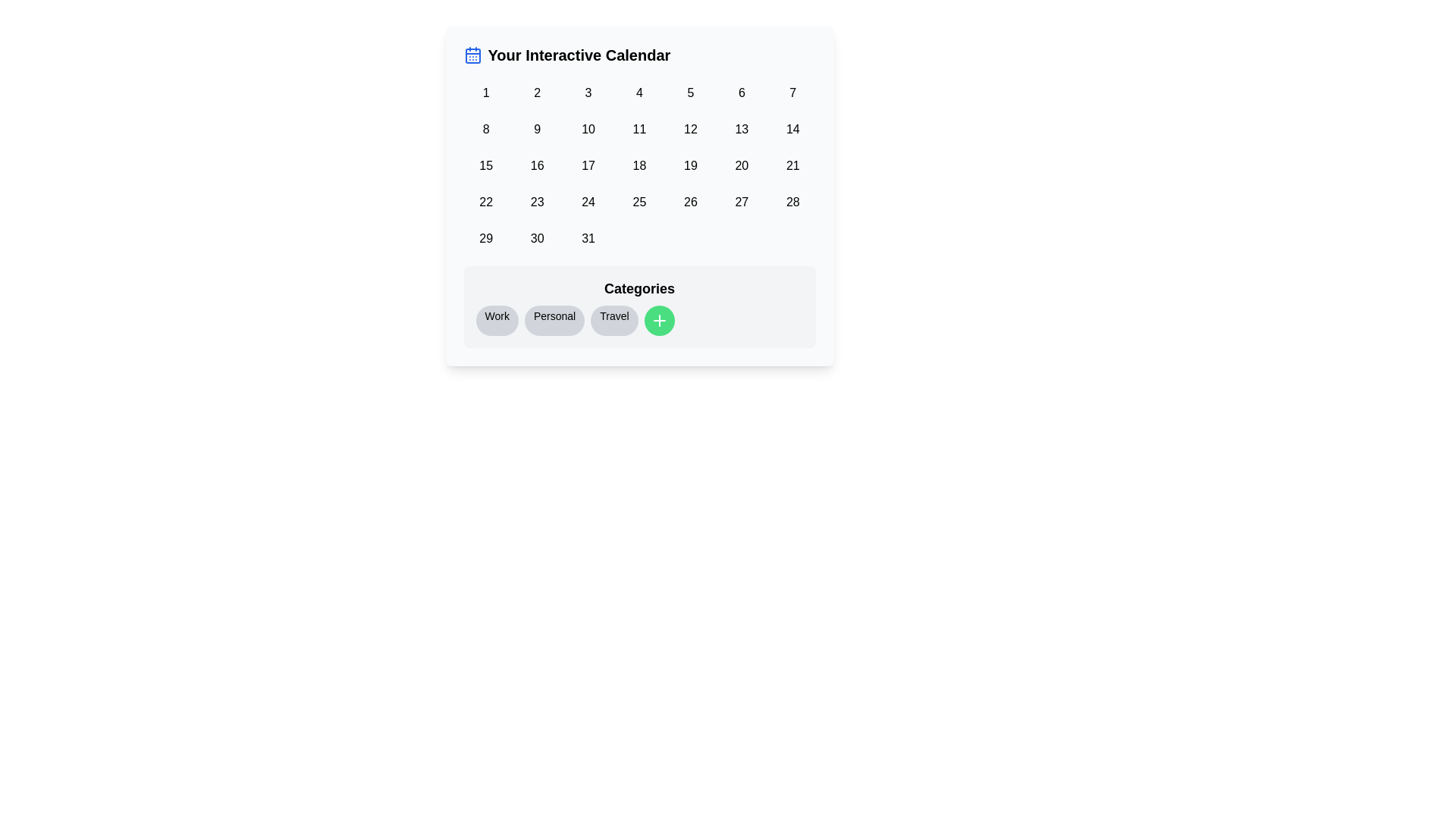  Describe the element at coordinates (639, 307) in the screenshot. I see `the round green button with a white plus sign` at that location.